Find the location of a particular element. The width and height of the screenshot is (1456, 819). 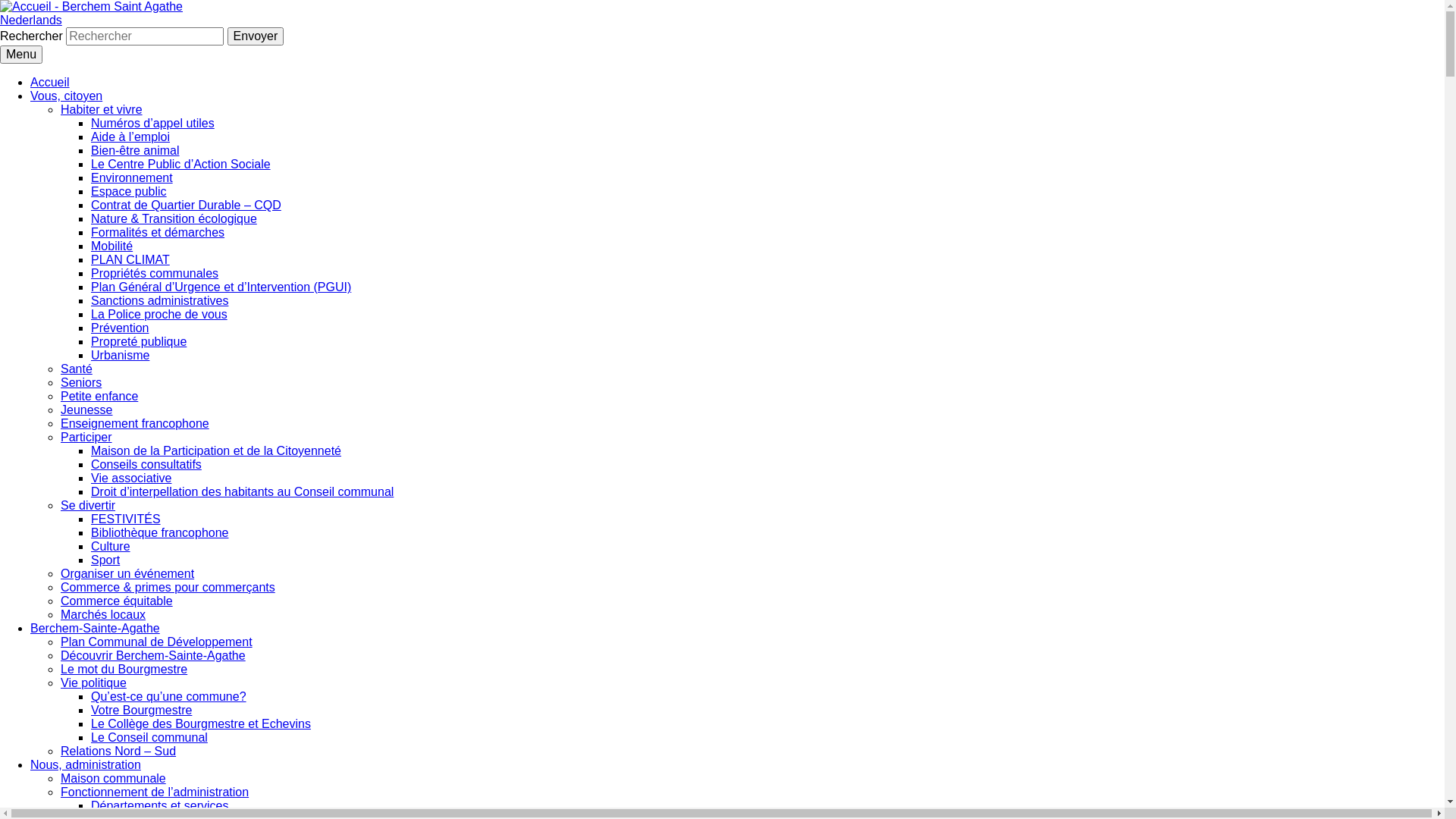

'Conseils consultatifs' is located at coordinates (146, 463).